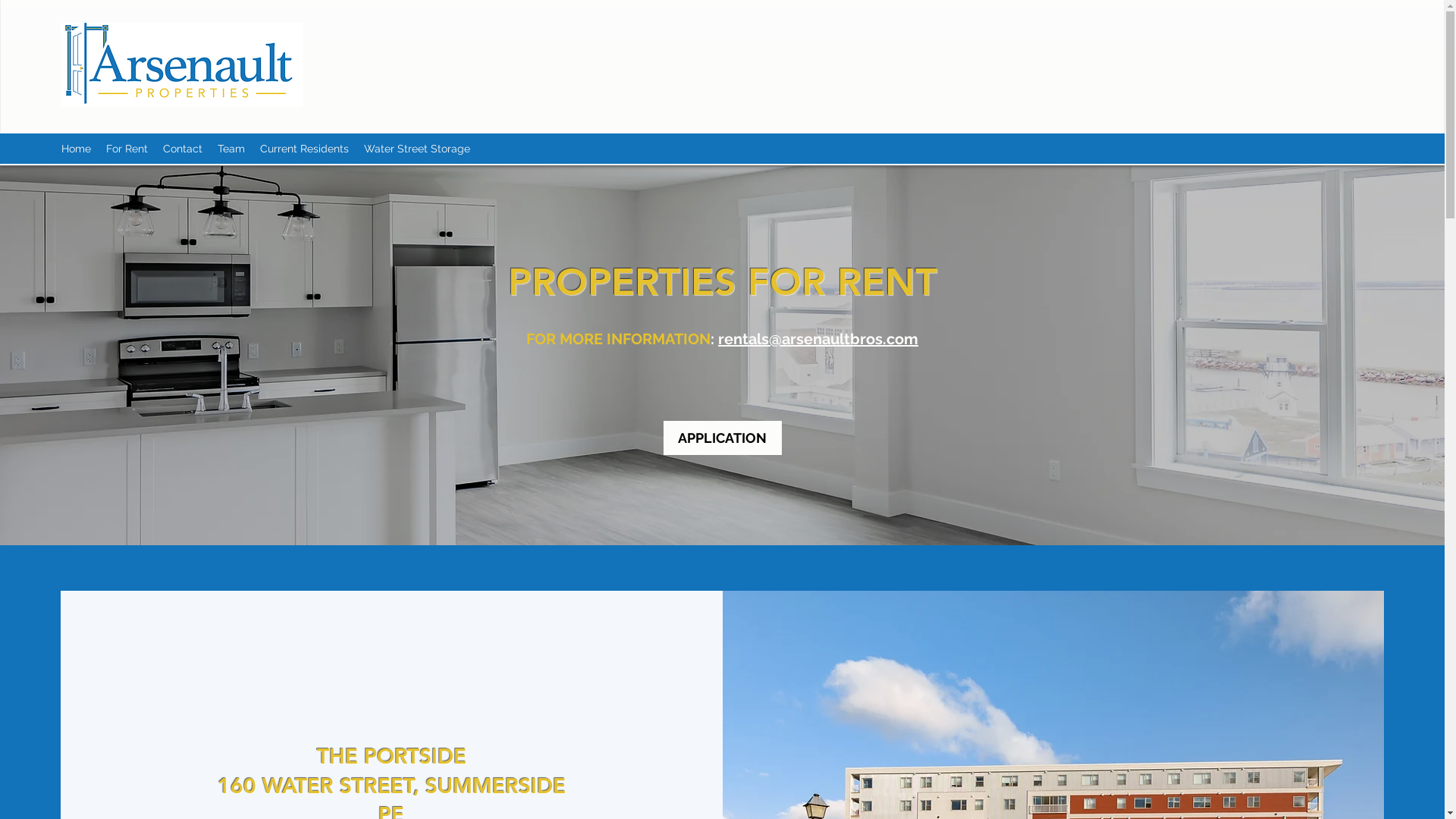 Image resolution: width=1456 pixels, height=819 pixels. What do you see at coordinates (231, 149) in the screenshot?
I see `'Team'` at bounding box center [231, 149].